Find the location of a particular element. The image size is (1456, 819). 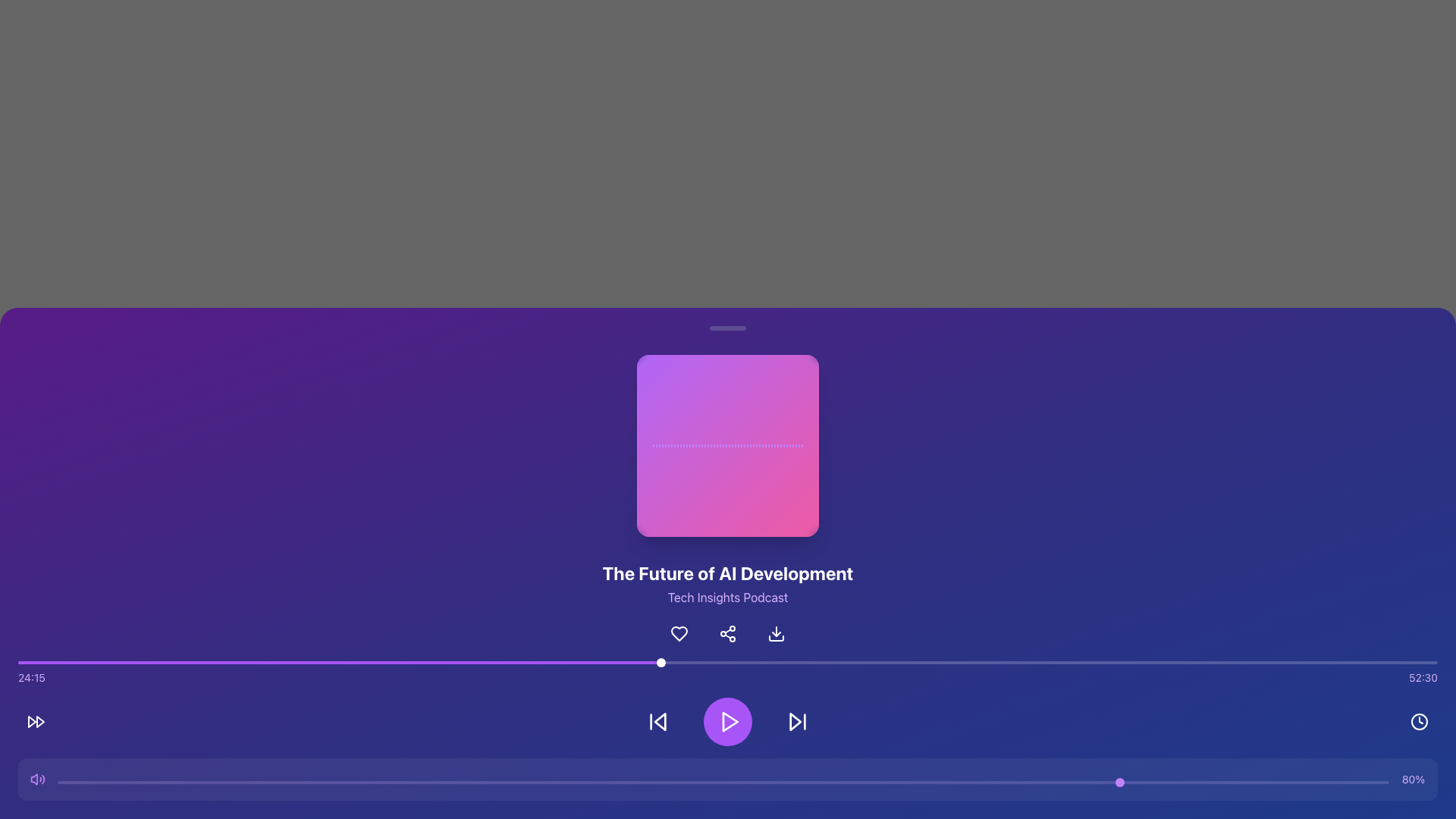

progress is located at coordinates (209, 662).